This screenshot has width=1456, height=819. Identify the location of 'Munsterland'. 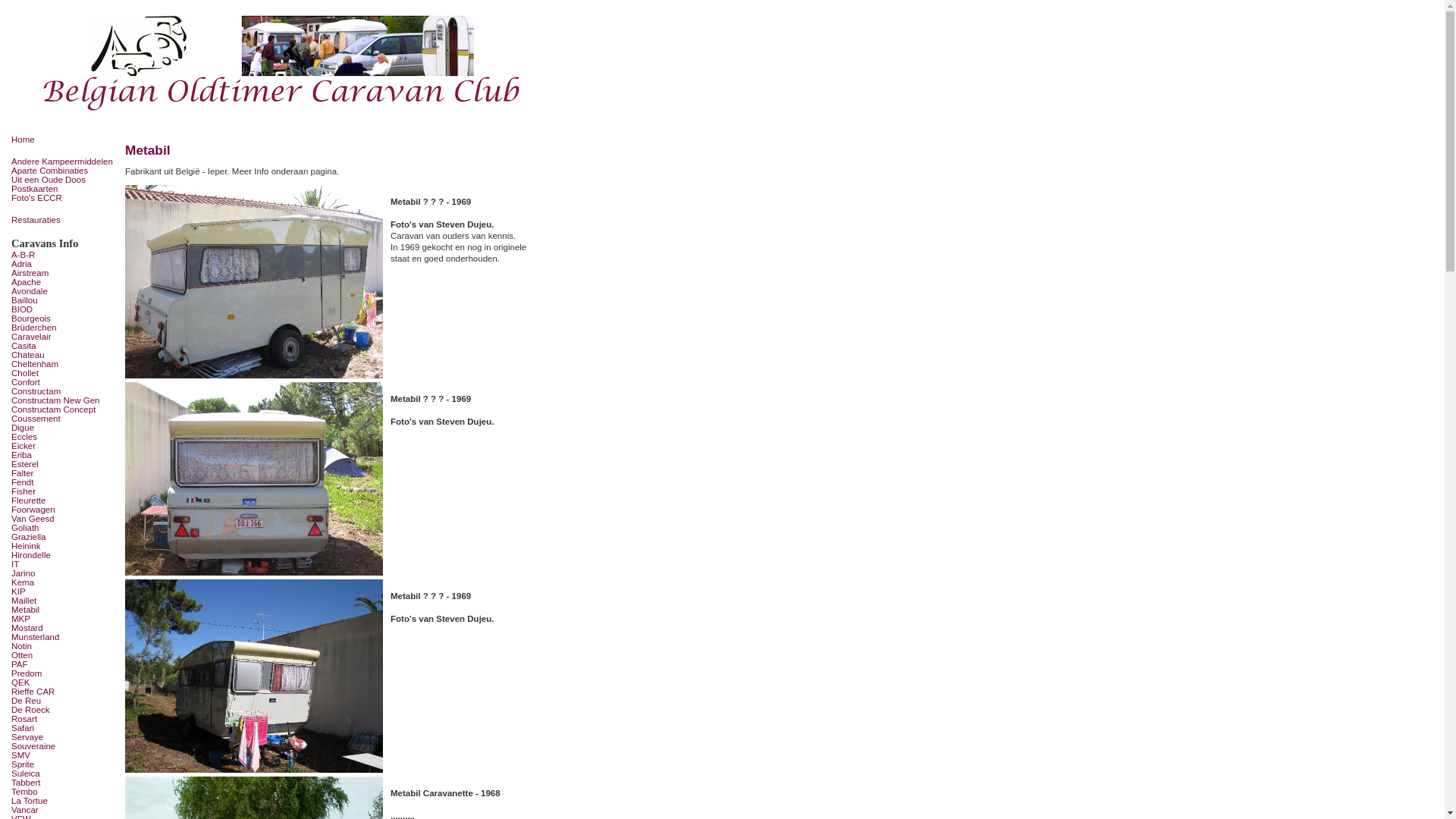
(11, 637).